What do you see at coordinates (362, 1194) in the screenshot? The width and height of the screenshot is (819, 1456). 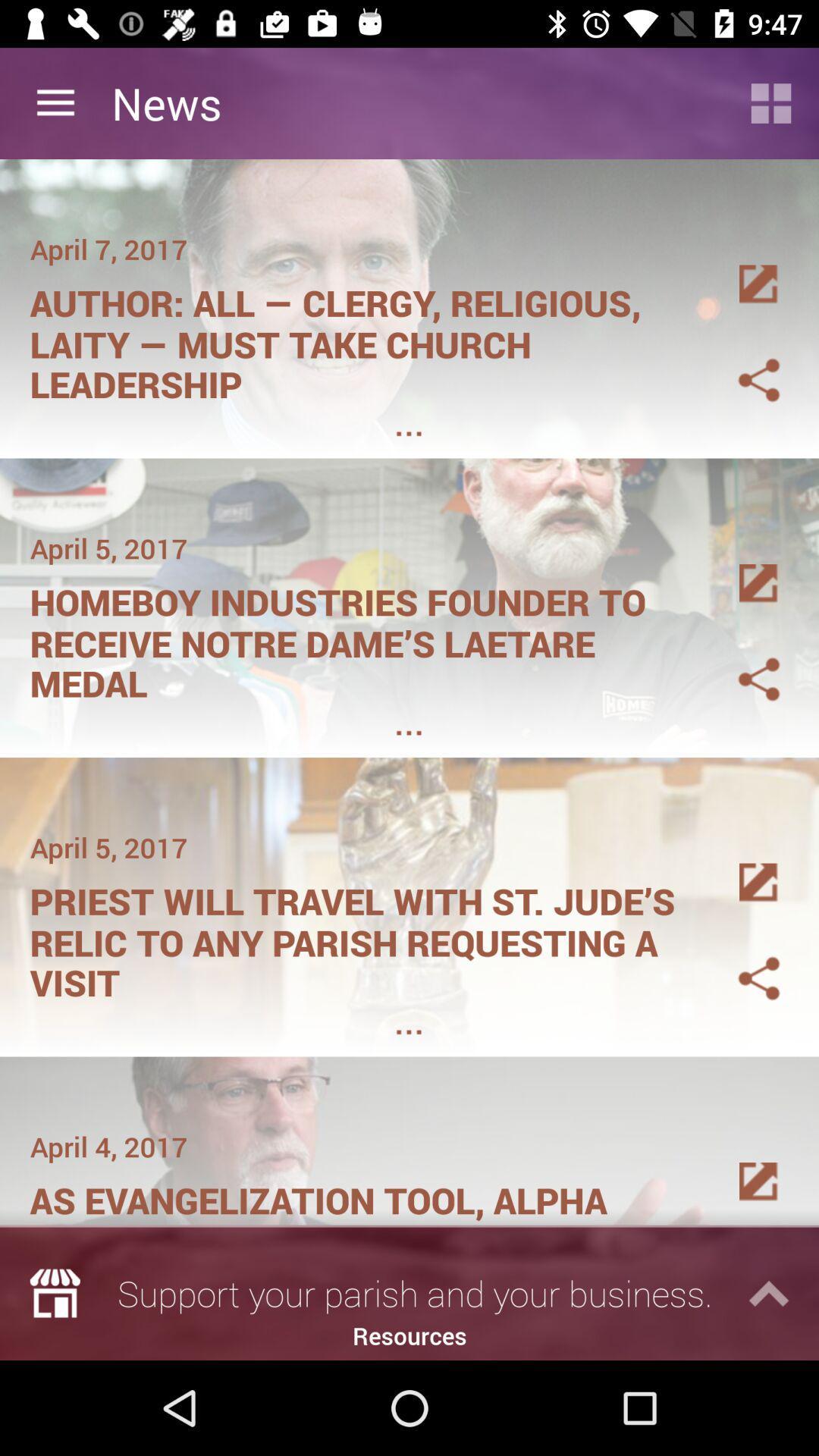 I see `the as evangelization tool item` at bounding box center [362, 1194].